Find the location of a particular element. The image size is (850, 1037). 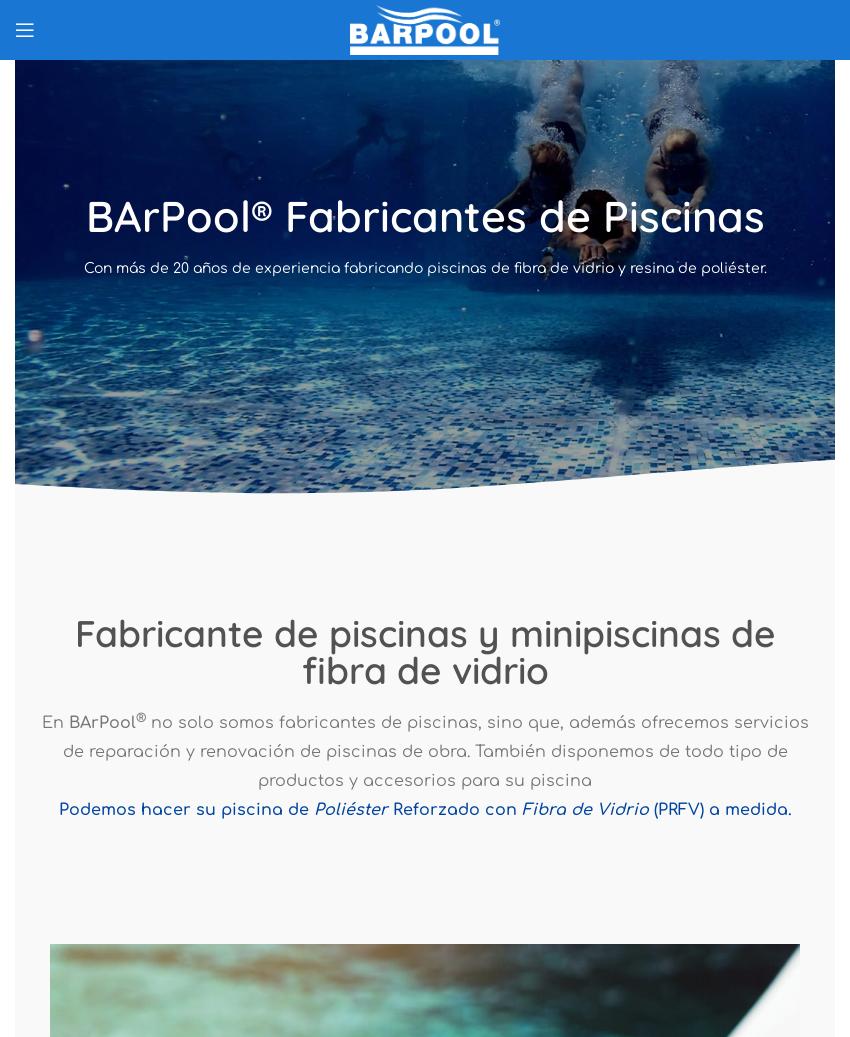

'Podemos hacer su piscina de' is located at coordinates (184, 808).